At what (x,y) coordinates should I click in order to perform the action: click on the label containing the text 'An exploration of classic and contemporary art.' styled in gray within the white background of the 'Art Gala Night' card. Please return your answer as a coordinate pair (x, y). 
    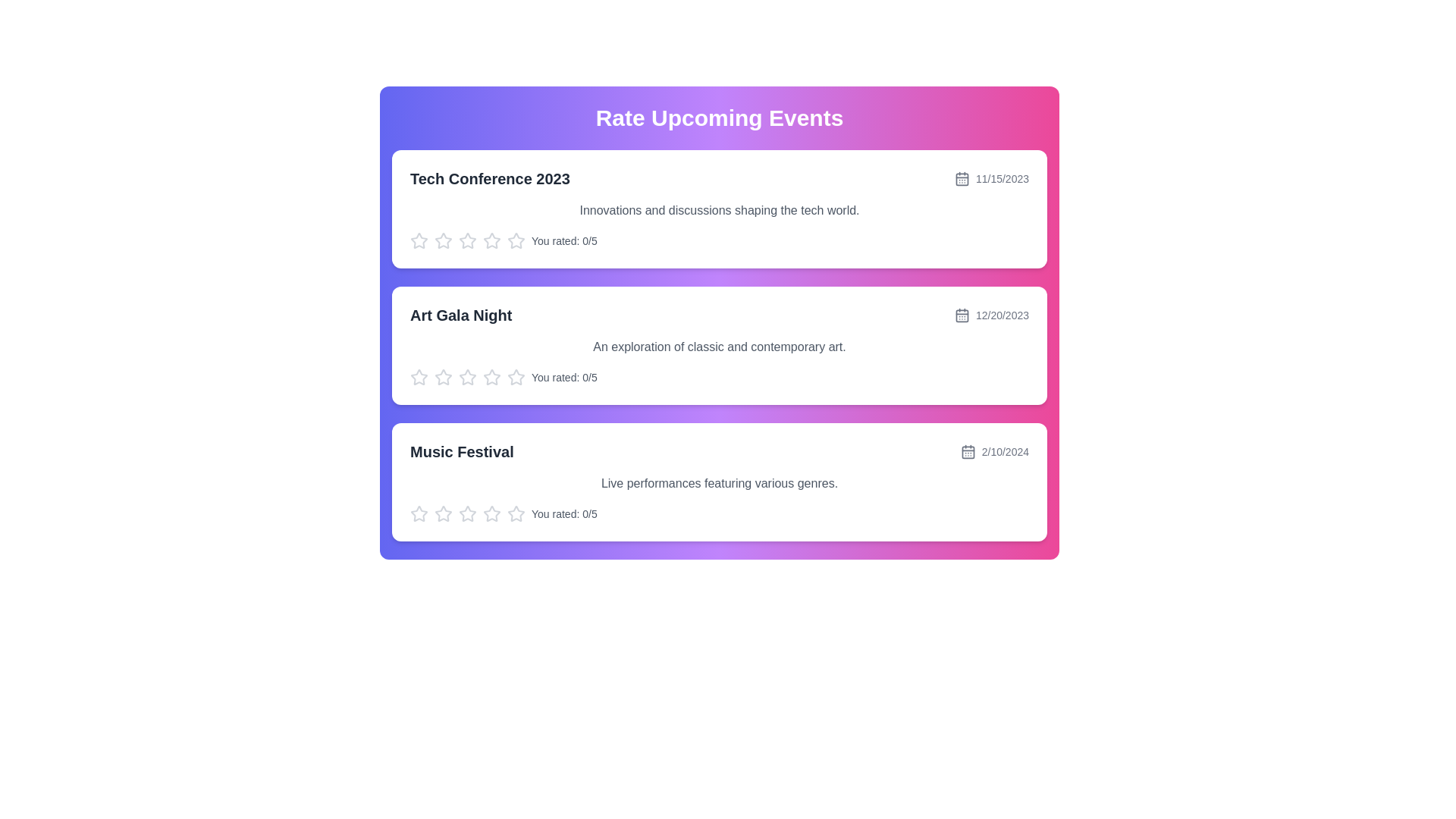
    Looking at the image, I should click on (719, 347).